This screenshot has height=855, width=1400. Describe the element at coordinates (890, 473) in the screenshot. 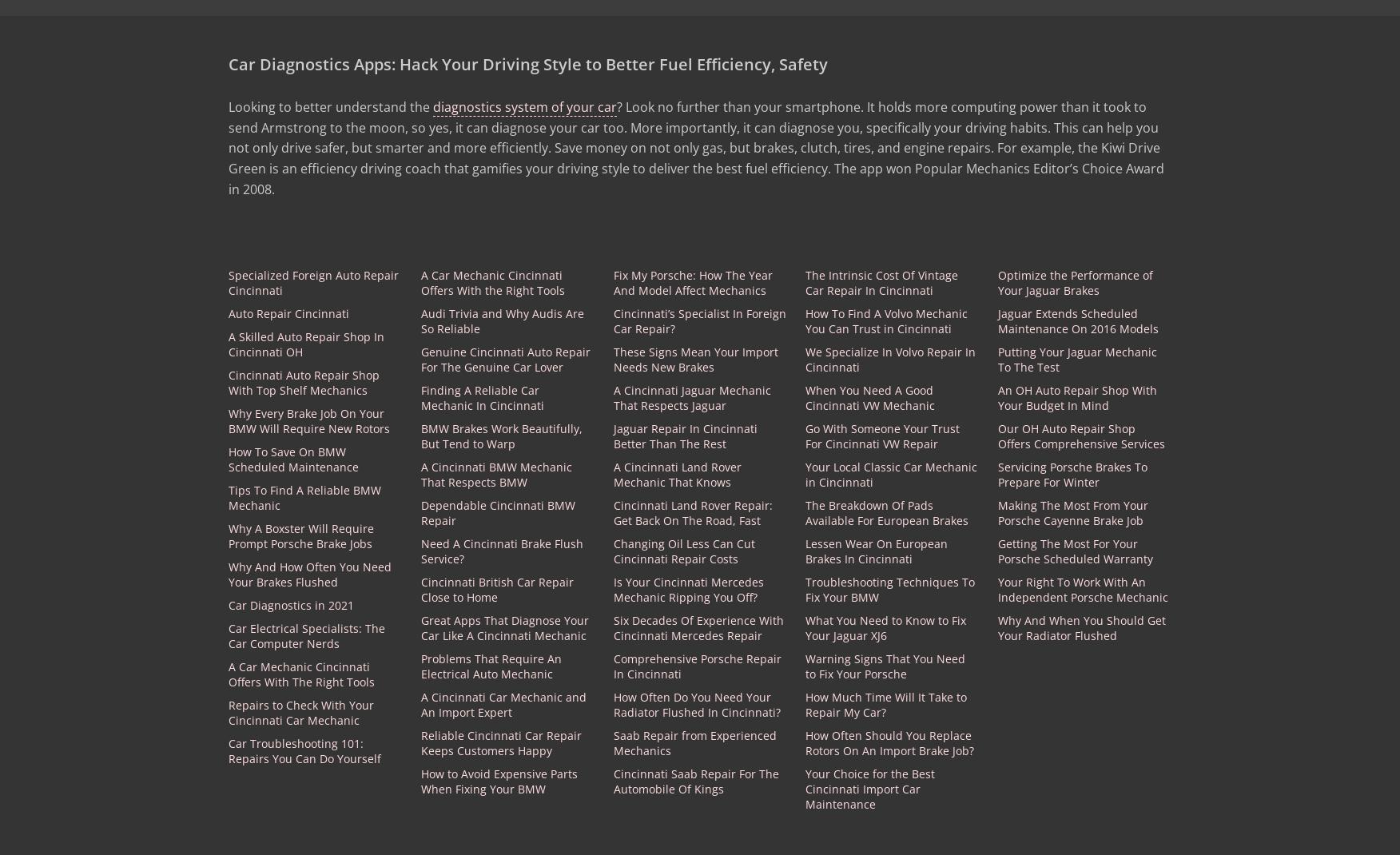

I see `'Your Local Classic Car Mechanic in Cincinnati'` at that location.